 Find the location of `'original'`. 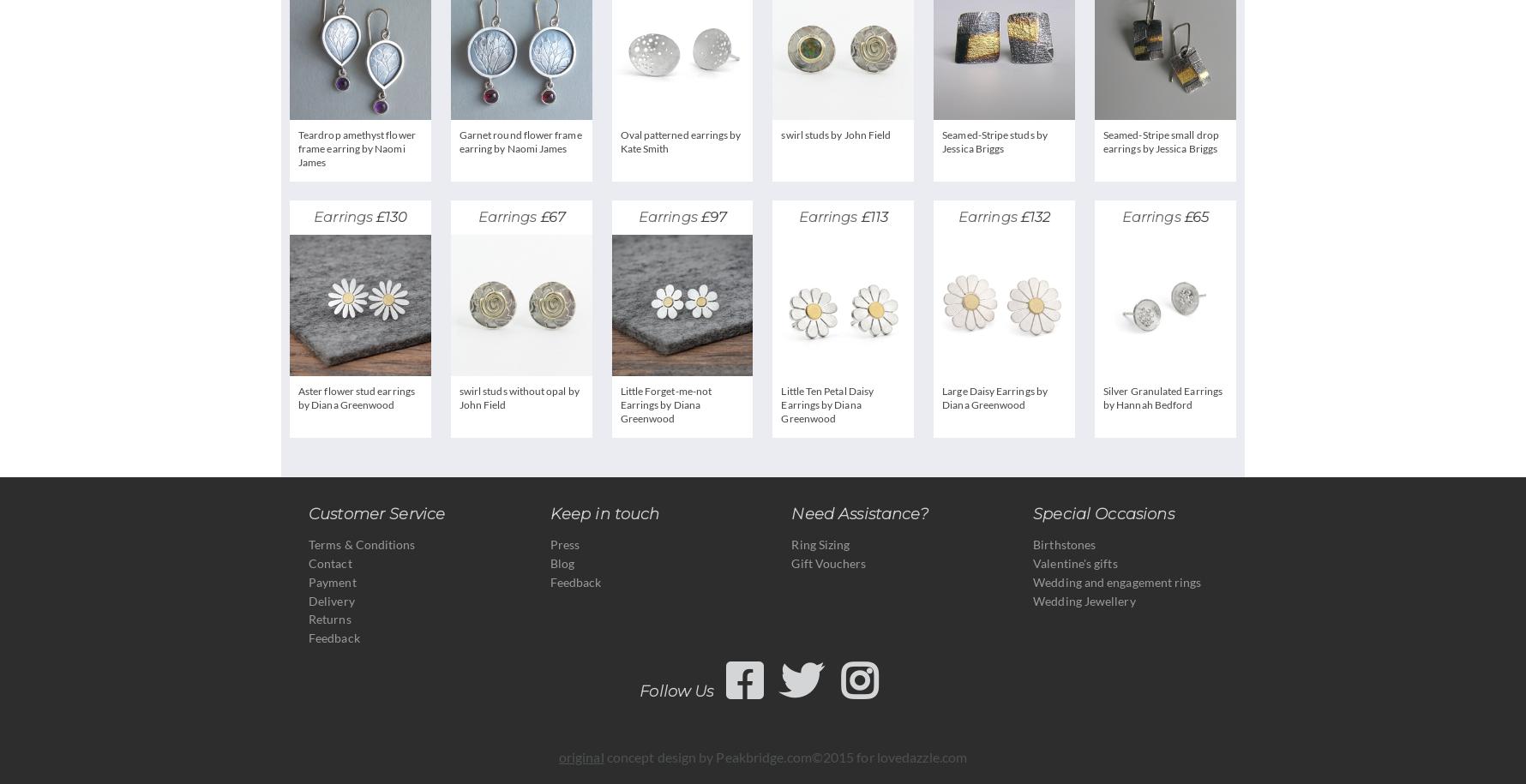

'original' is located at coordinates (580, 756).